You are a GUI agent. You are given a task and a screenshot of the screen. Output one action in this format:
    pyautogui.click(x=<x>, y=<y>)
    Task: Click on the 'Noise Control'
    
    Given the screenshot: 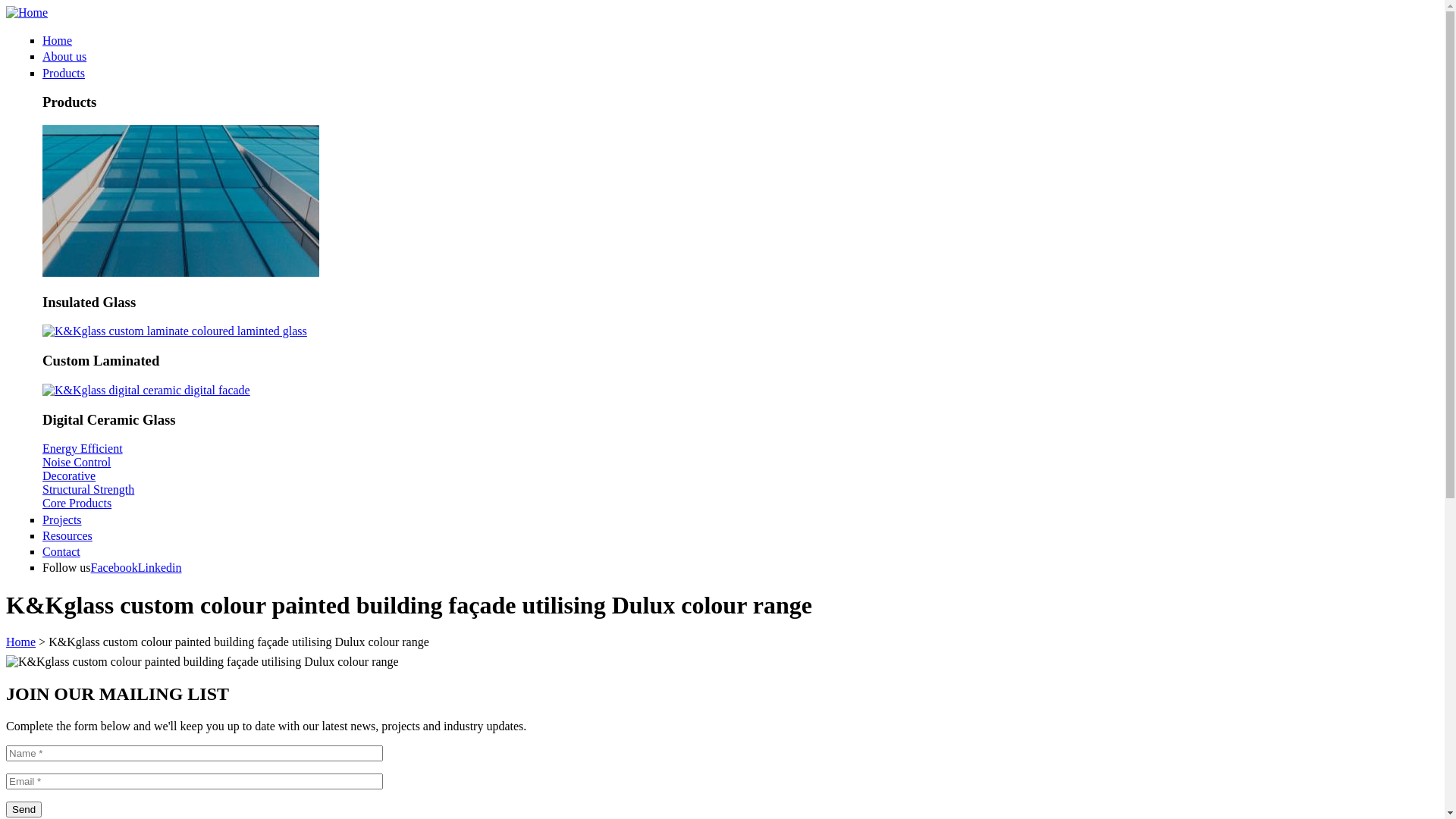 What is the action you would take?
    pyautogui.click(x=42, y=461)
    